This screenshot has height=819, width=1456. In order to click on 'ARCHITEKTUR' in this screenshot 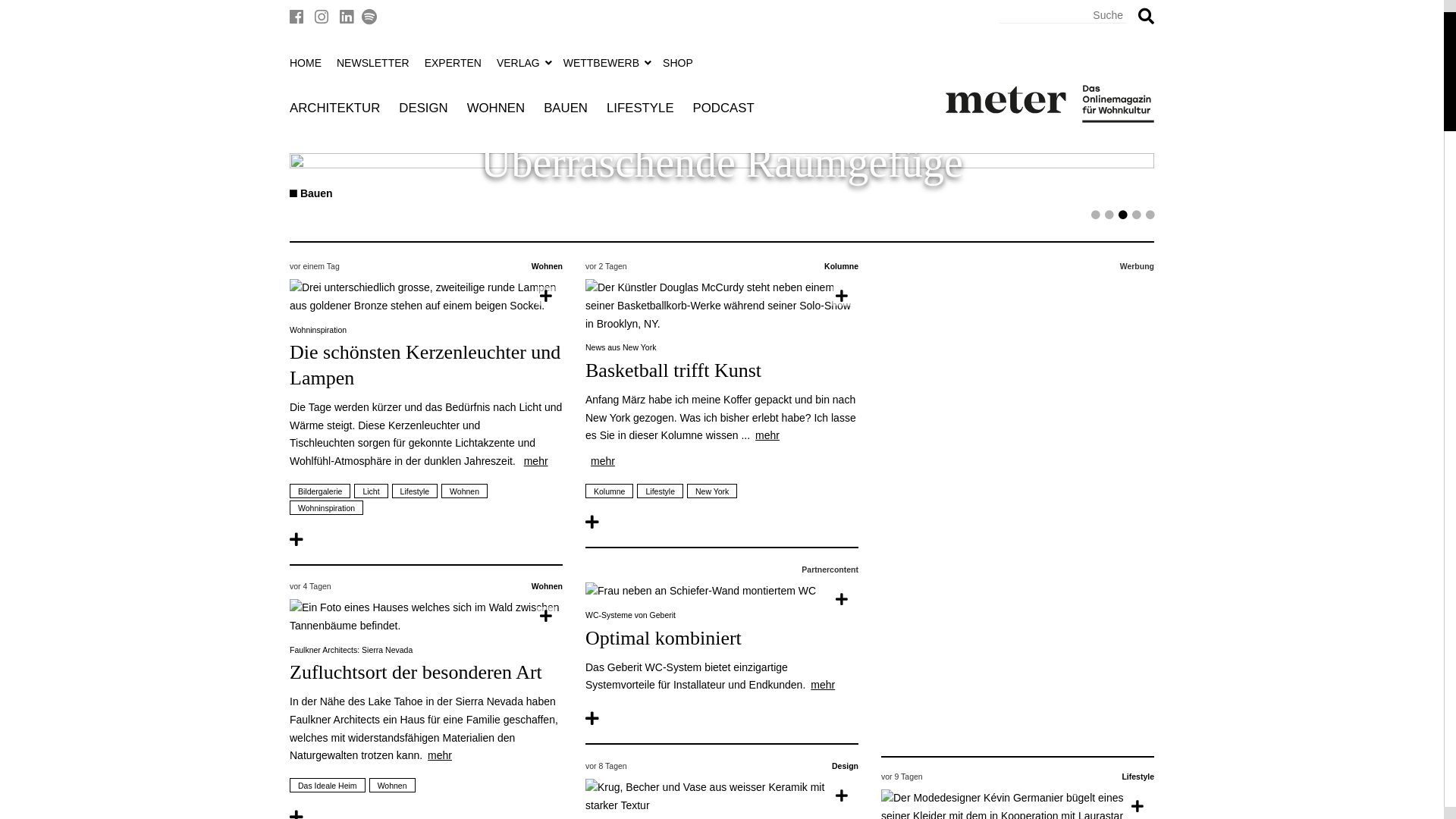, I will do `click(334, 108)`.